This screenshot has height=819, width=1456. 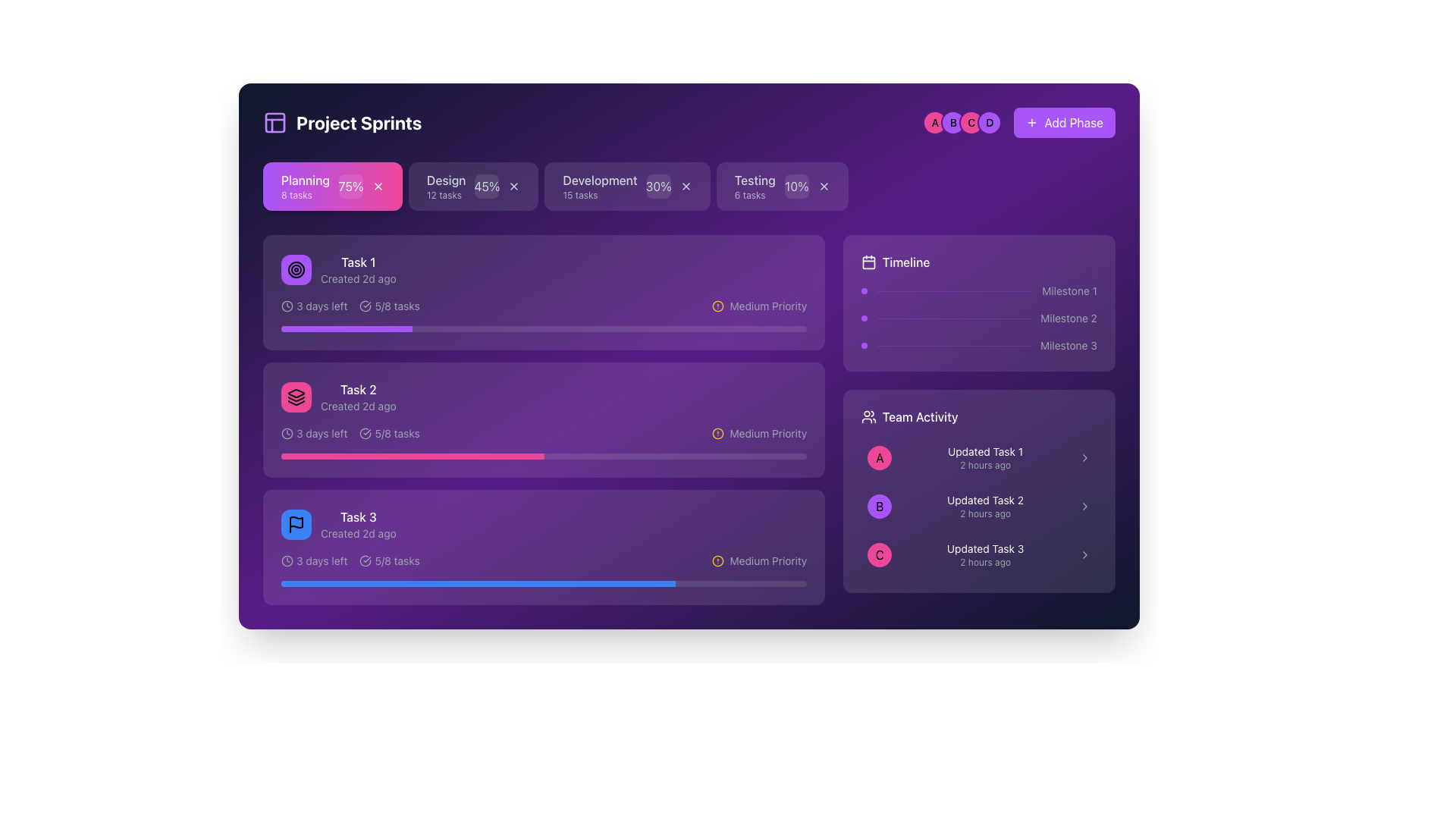 I want to click on the icon located to the right of the 'Updated Task 3' list item in the 'Team Activity' section, so click(x=1084, y=555).